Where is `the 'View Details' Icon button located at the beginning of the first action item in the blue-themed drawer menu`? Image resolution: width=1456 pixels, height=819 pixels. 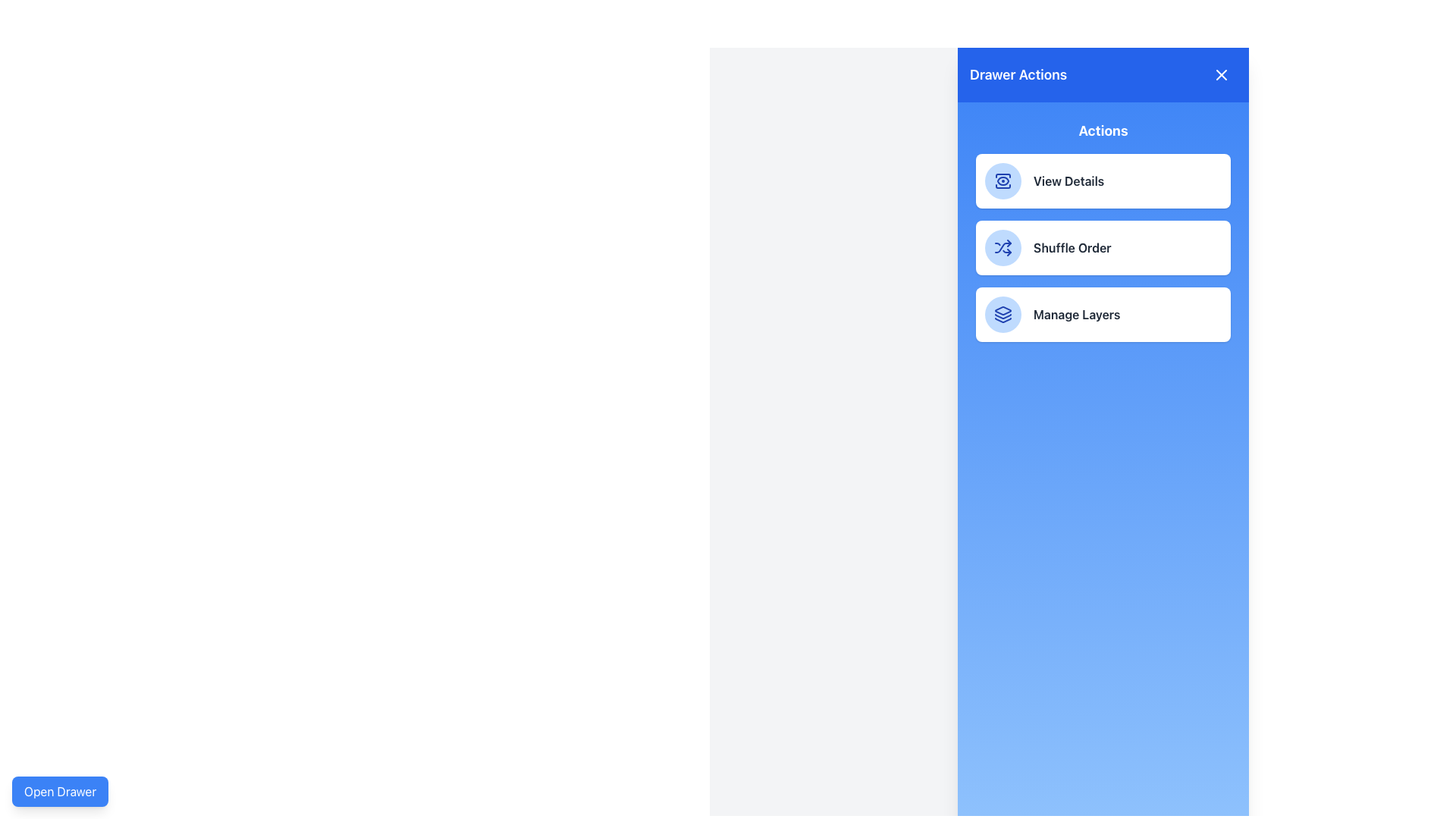 the 'View Details' Icon button located at the beginning of the first action item in the blue-themed drawer menu is located at coordinates (1003, 180).